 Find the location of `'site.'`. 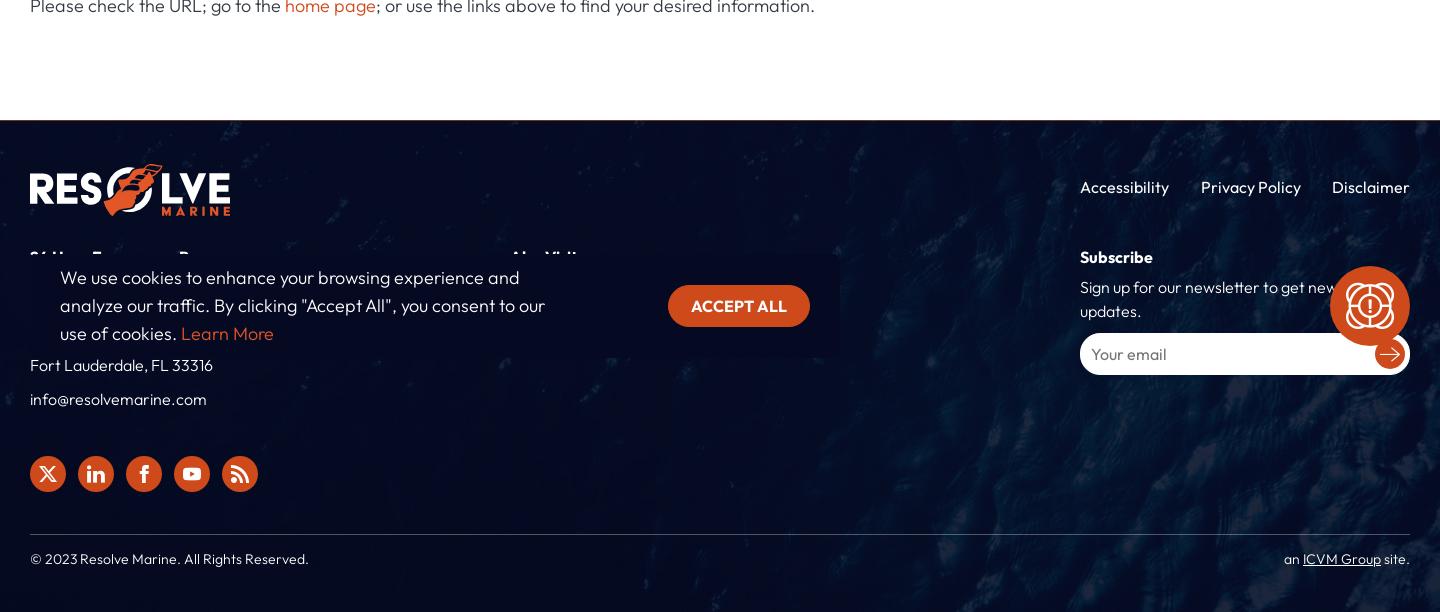

'site.' is located at coordinates (1395, 557).